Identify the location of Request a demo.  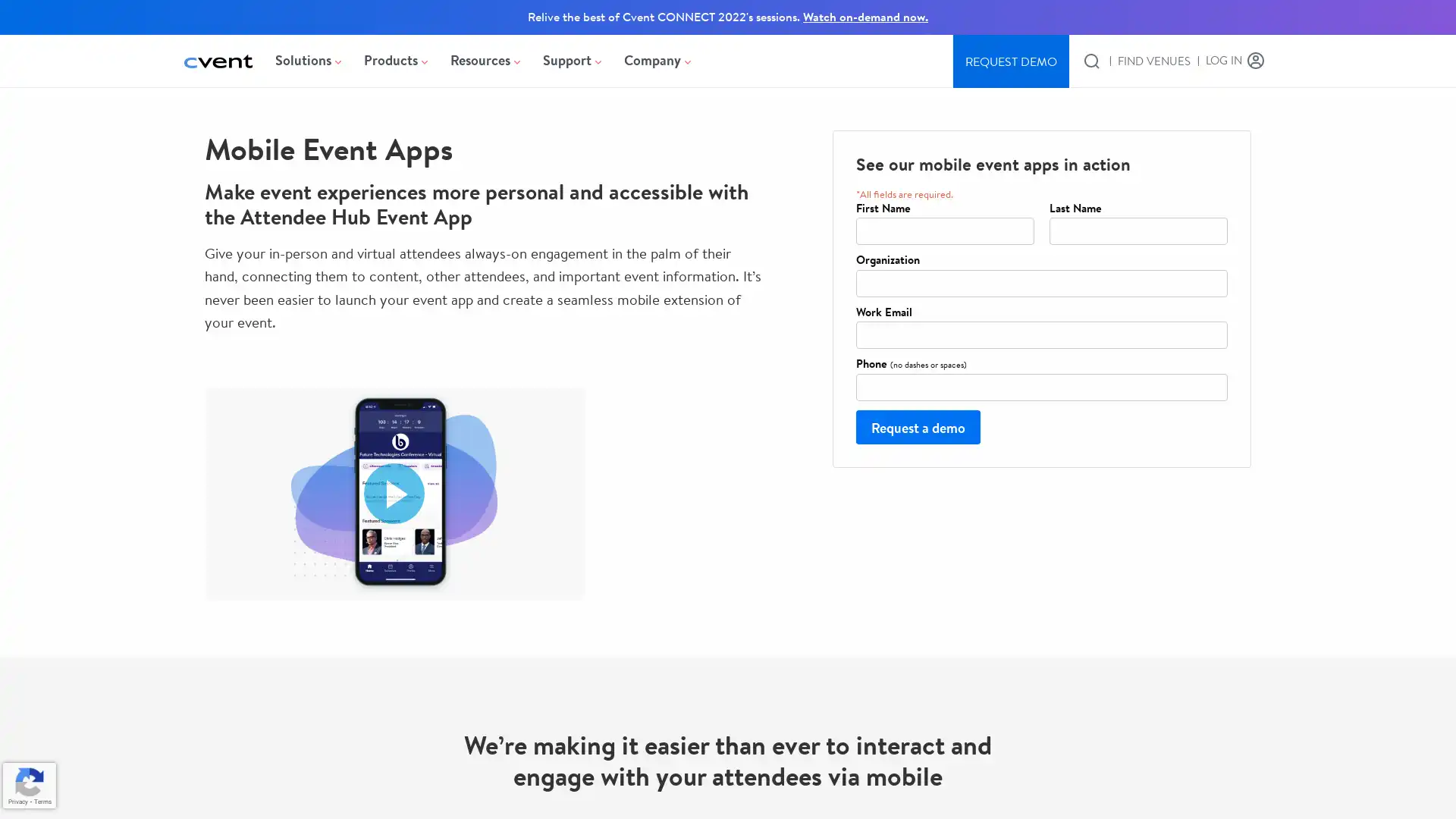
(917, 427).